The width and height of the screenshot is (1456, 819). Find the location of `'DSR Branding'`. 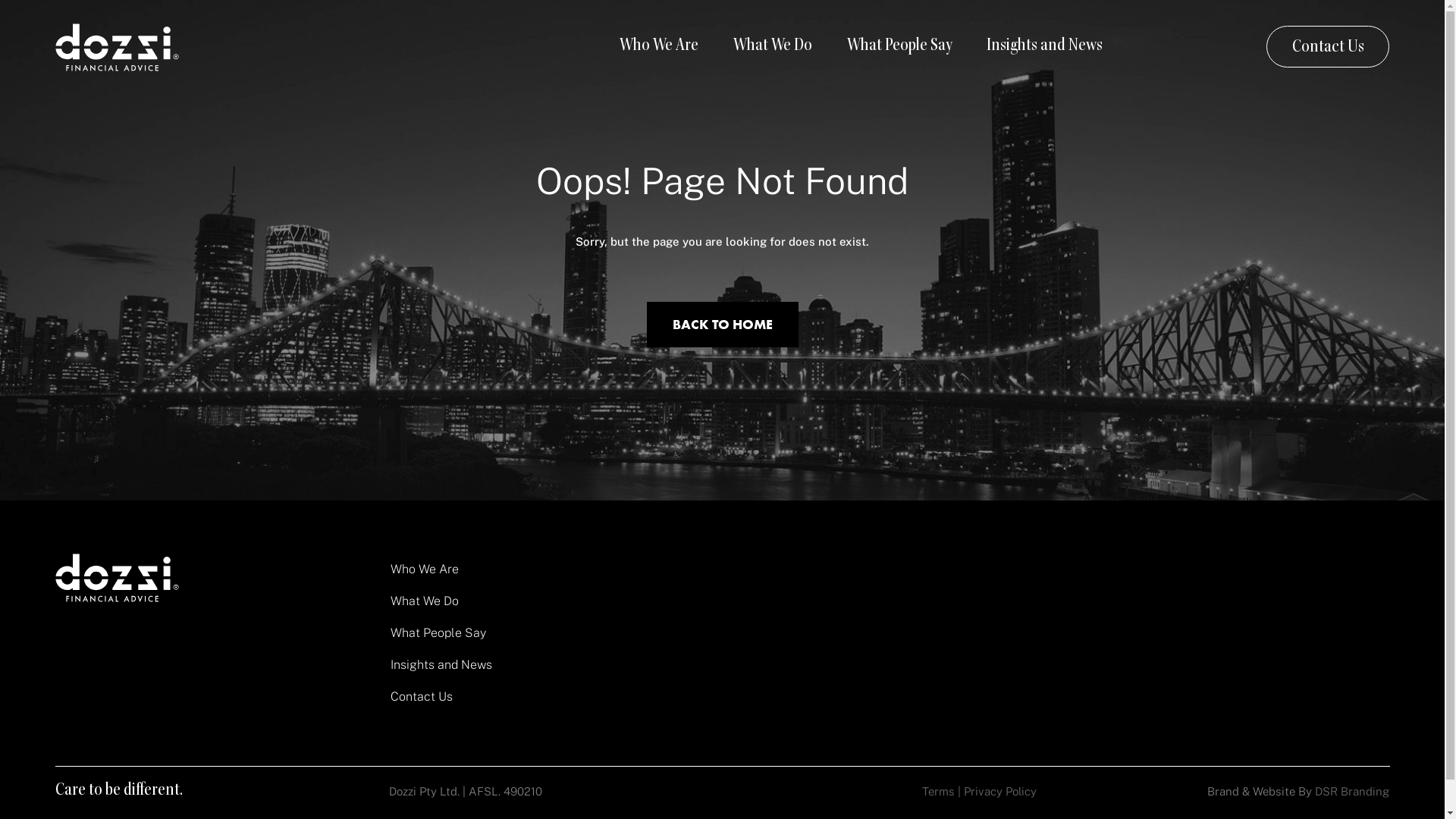

'DSR Branding' is located at coordinates (1351, 790).